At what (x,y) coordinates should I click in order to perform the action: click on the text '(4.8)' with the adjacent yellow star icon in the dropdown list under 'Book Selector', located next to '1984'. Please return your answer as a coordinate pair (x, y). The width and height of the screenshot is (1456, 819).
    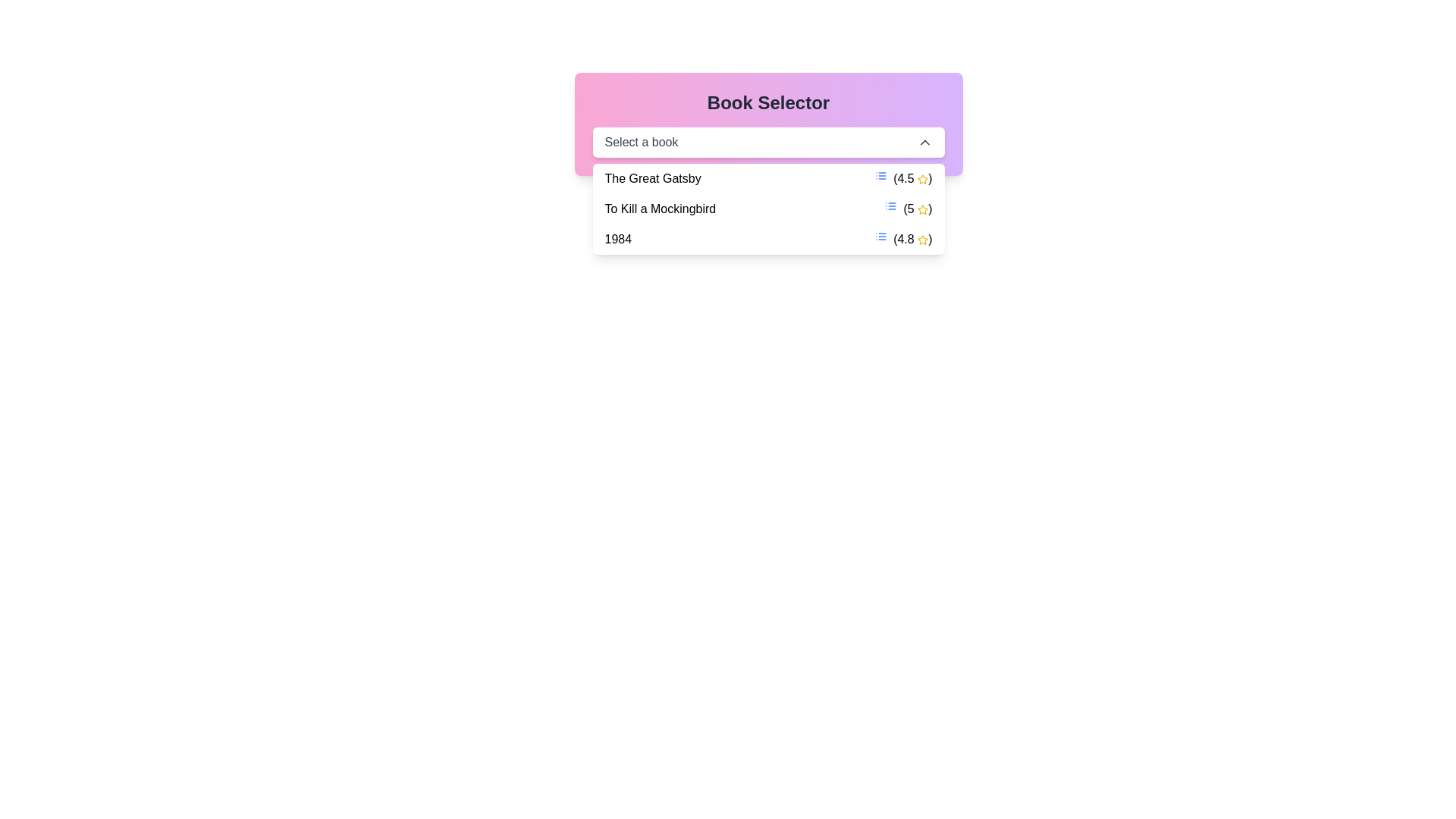
    Looking at the image, I should click on (912, 239).